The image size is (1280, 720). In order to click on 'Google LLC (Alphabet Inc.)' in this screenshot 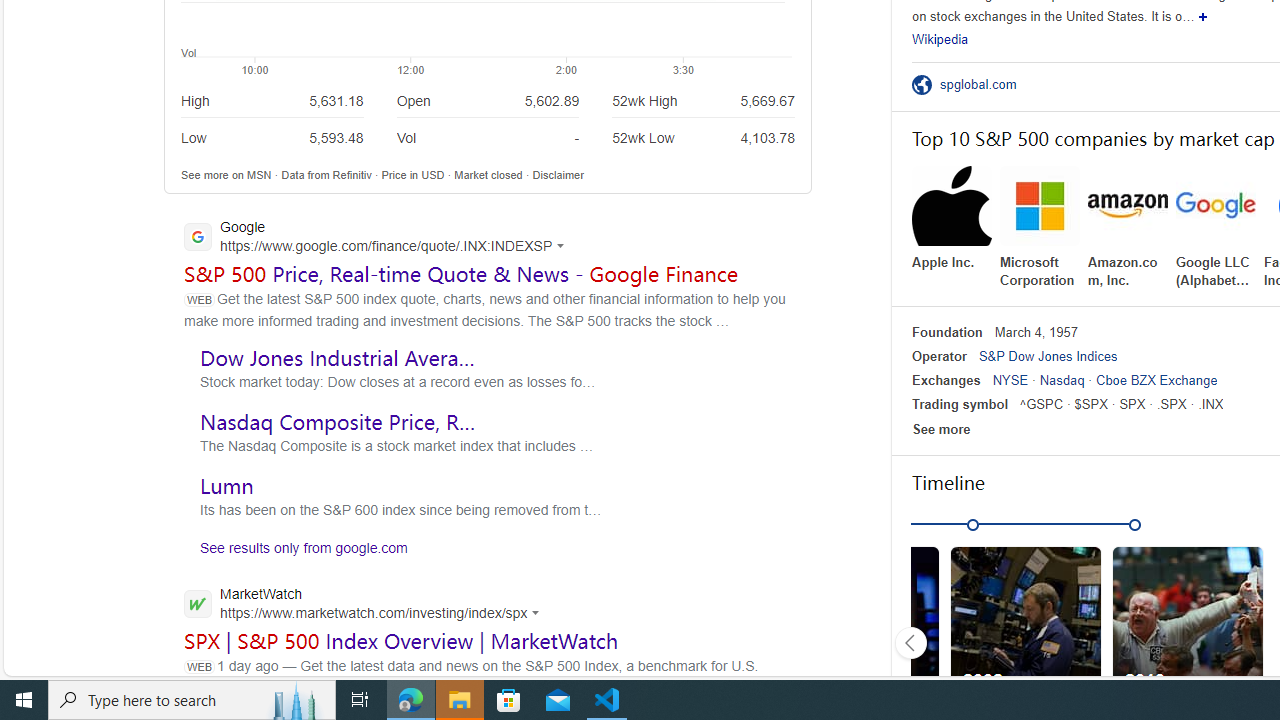, I will do `click(1215, 227)`.